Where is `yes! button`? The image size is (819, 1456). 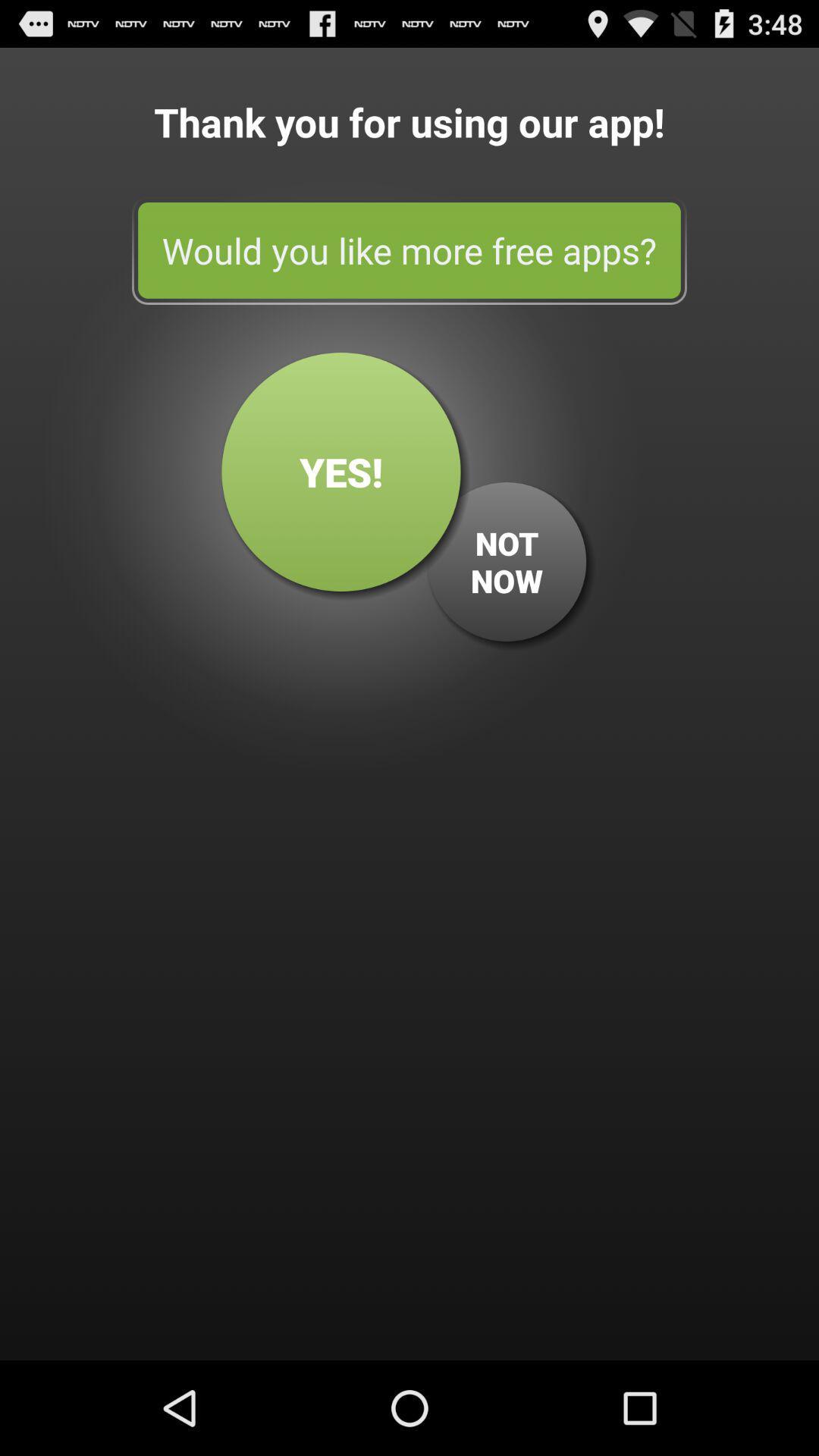
yes! button is located at coordinates (341, 471).